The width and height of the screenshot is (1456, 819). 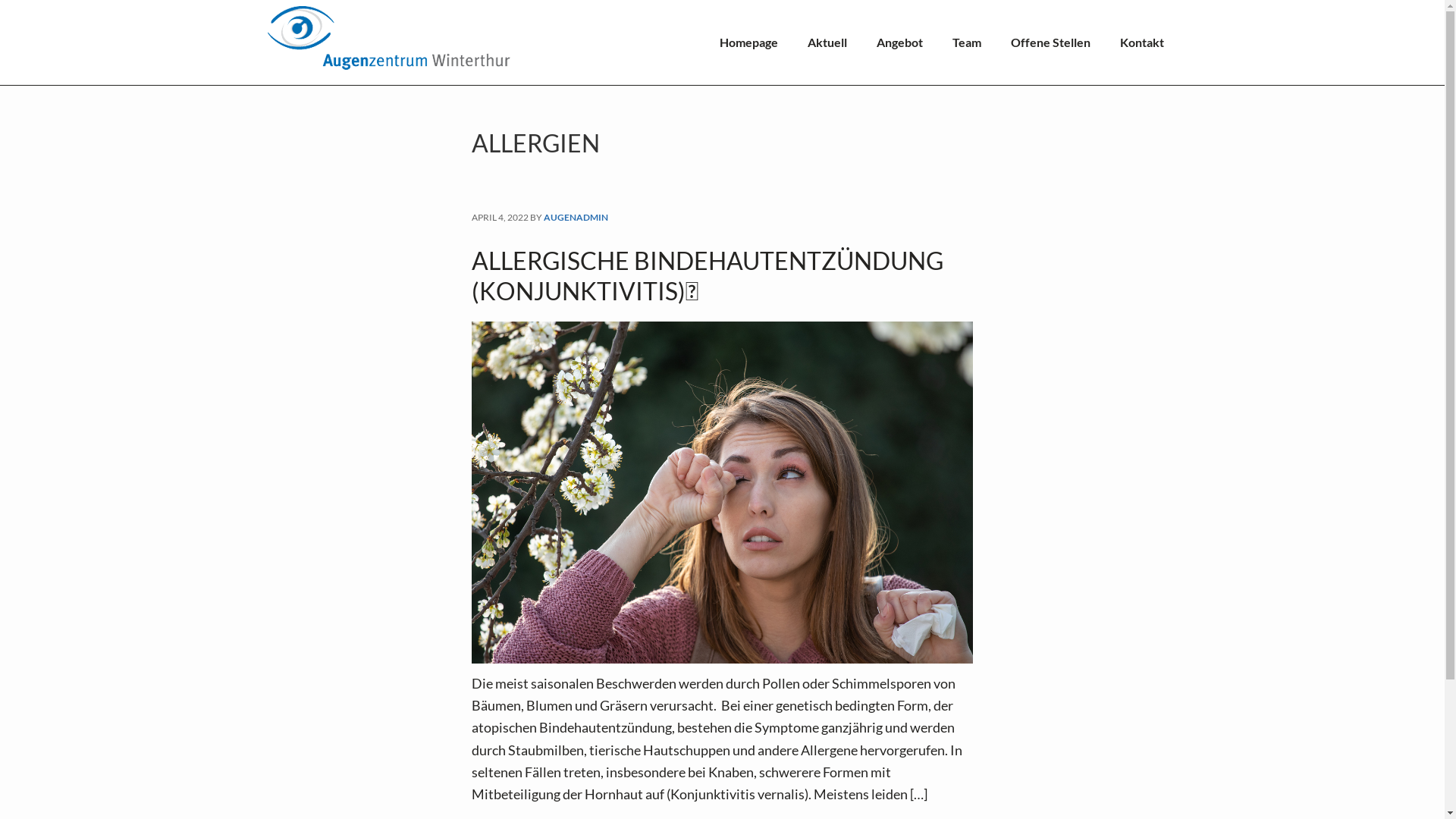 I want to click on 'Aktuell', so click(x=825, y=42).